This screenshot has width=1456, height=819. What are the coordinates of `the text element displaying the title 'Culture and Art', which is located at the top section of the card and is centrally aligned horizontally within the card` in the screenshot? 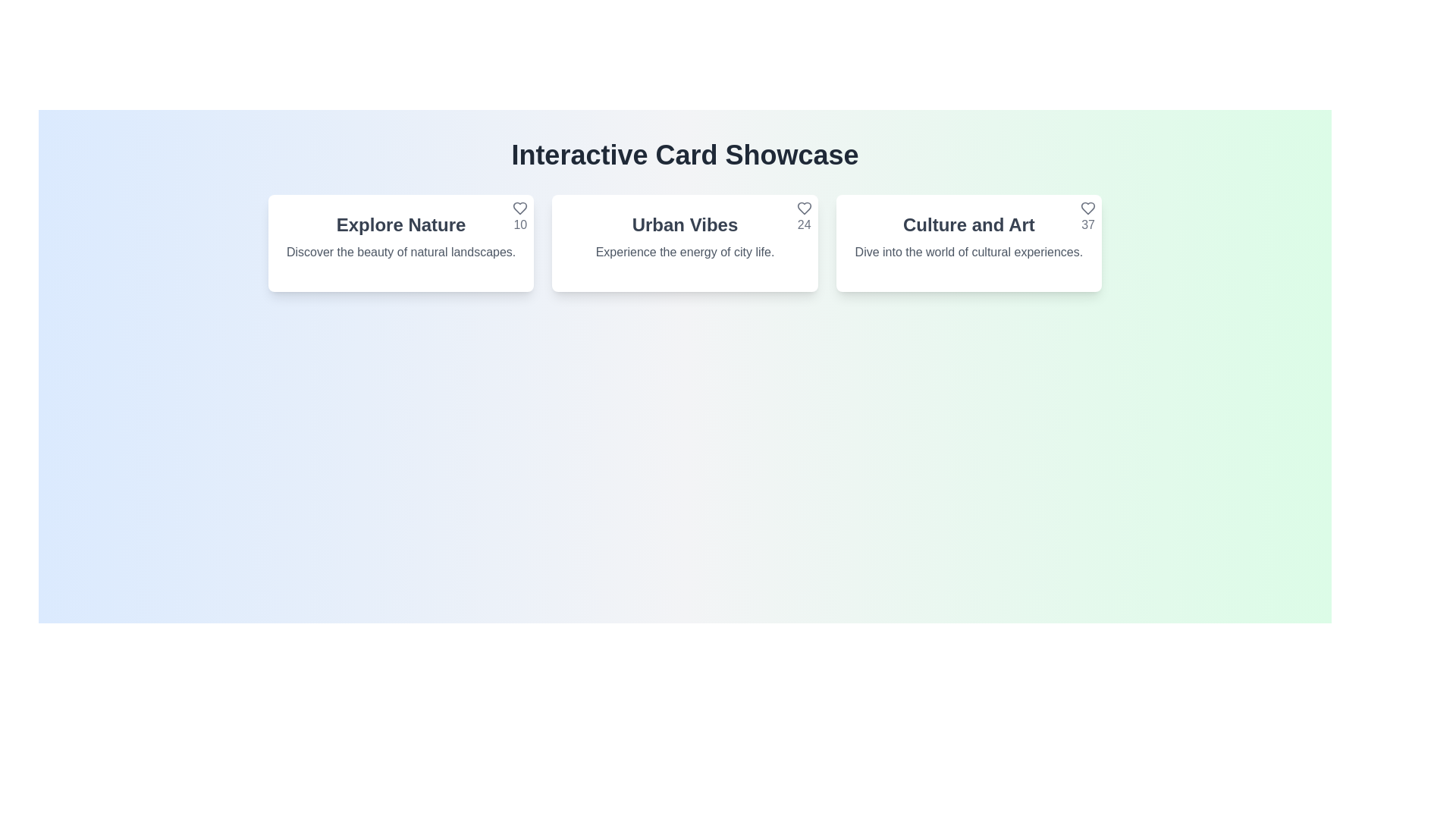 It's located at (968, 225).